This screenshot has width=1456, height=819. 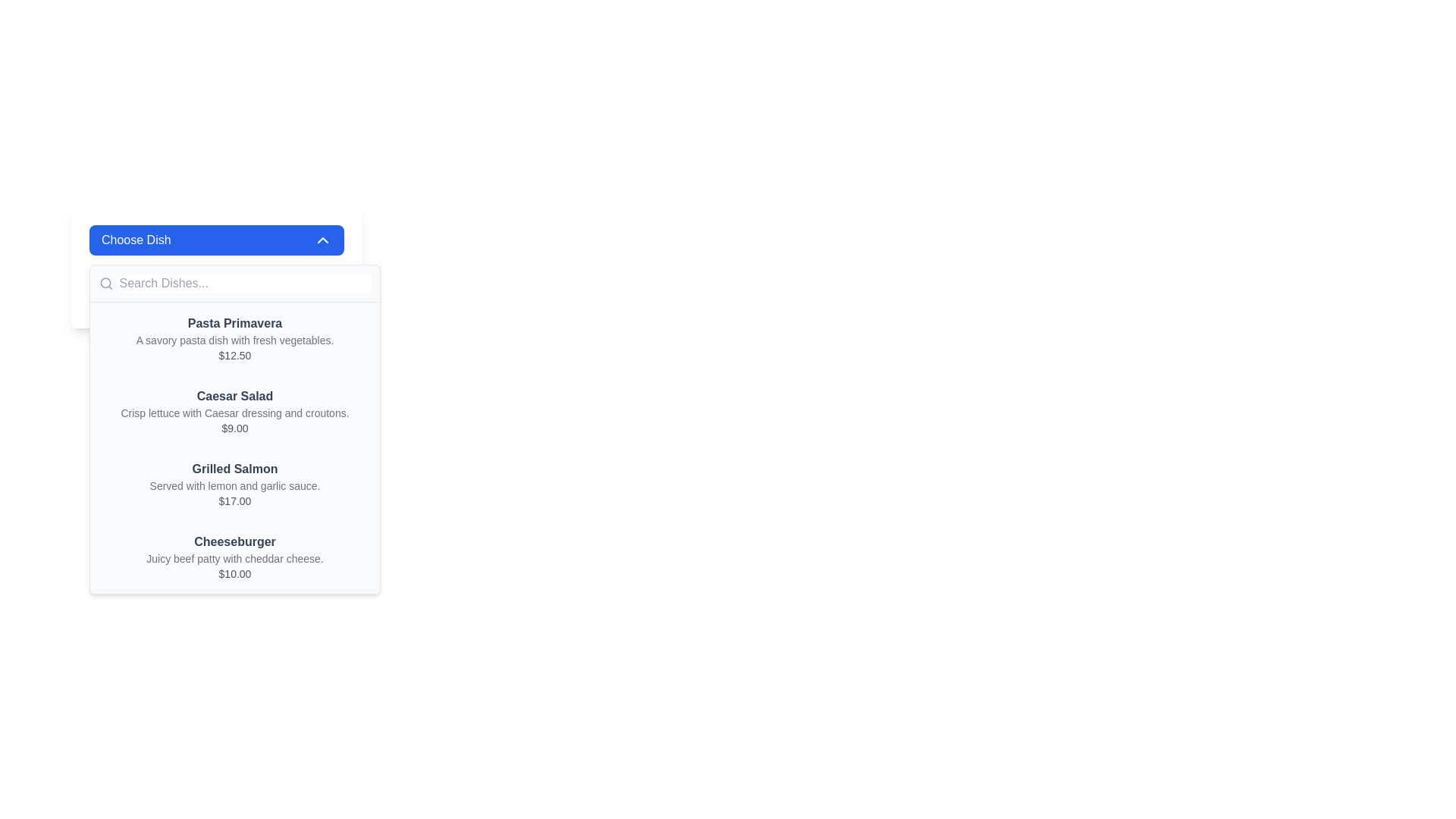 I want to click on to select the menu item titled 'Cheeseburger', which is bold and larger in size, located at the bottom of the list of menu items, so click(x=234, y=557).